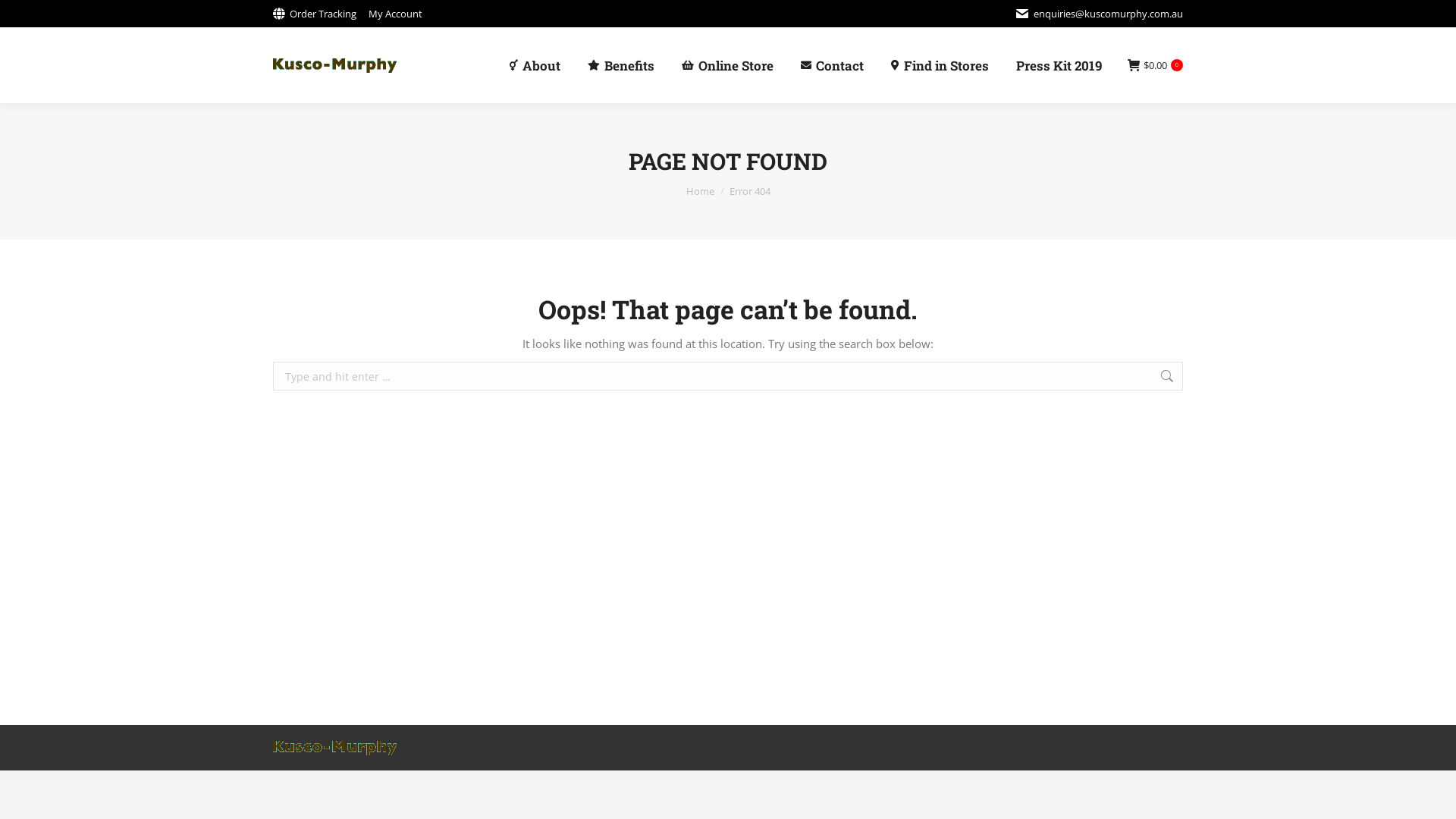 Image resolution: width=1456 pixels, height=819 pixels. I want to click on 'Home', so click(698, 190).